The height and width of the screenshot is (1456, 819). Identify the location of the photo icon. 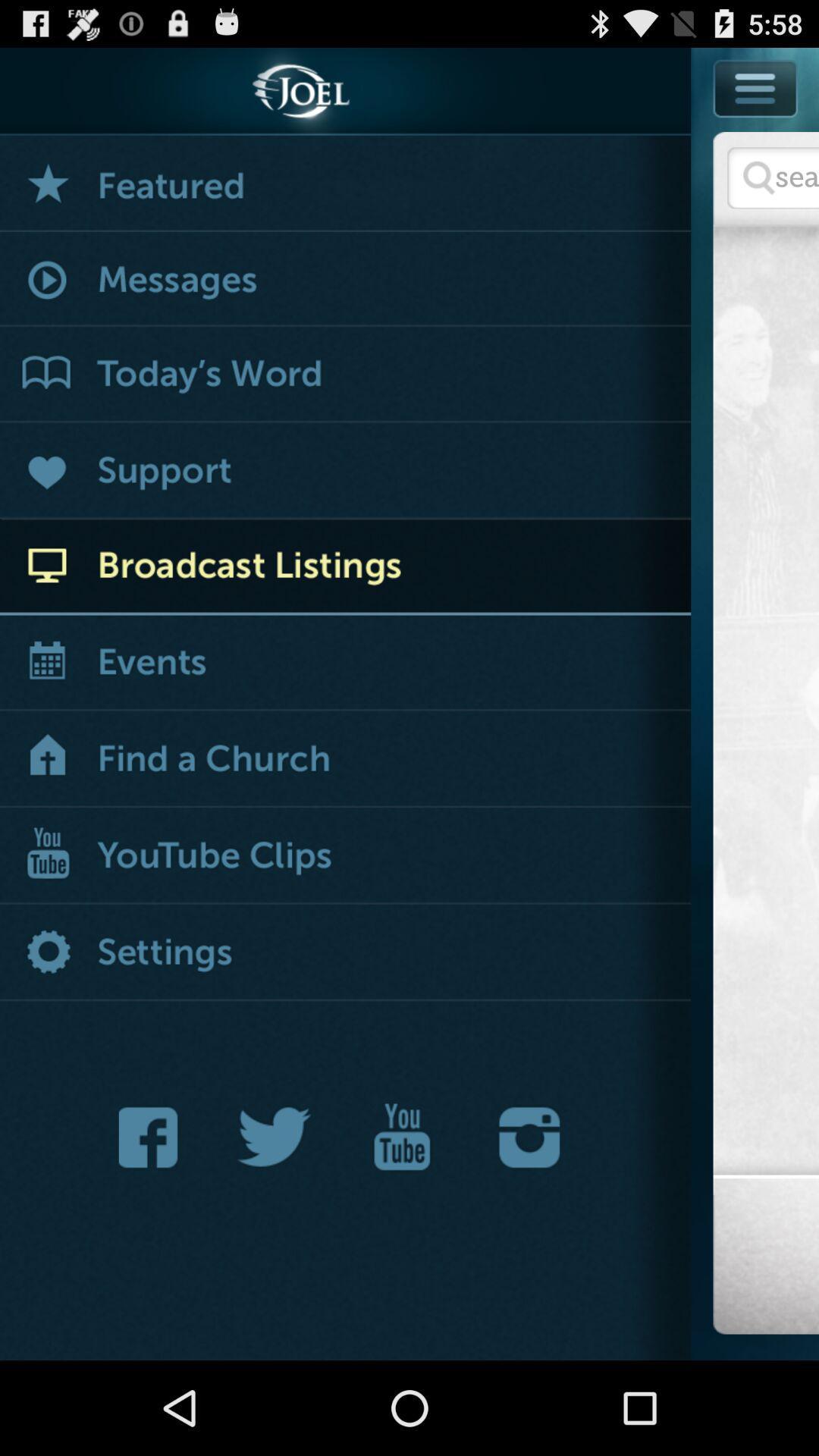
(529, 1217).